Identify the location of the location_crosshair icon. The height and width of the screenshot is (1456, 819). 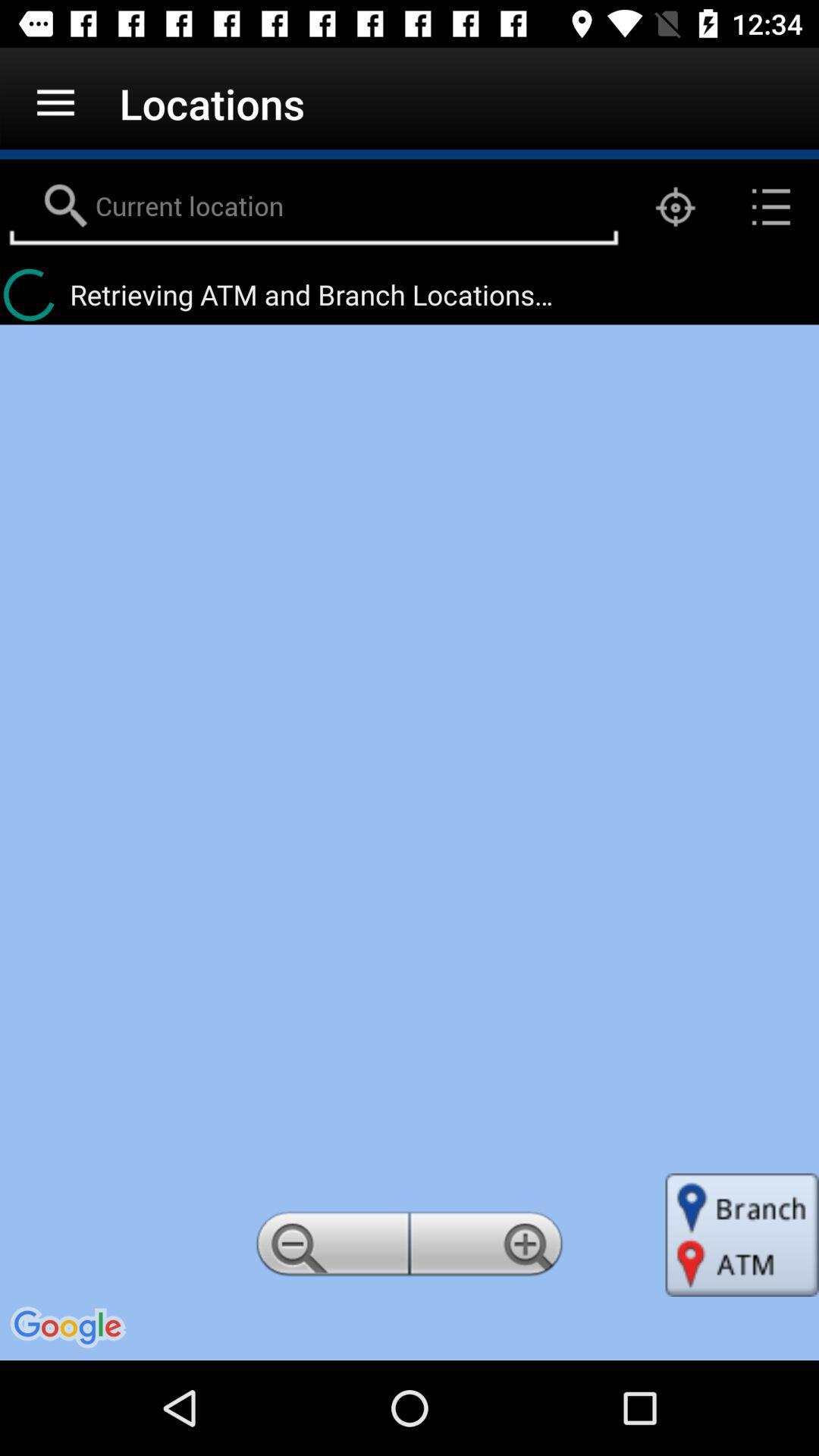
(675, 206).